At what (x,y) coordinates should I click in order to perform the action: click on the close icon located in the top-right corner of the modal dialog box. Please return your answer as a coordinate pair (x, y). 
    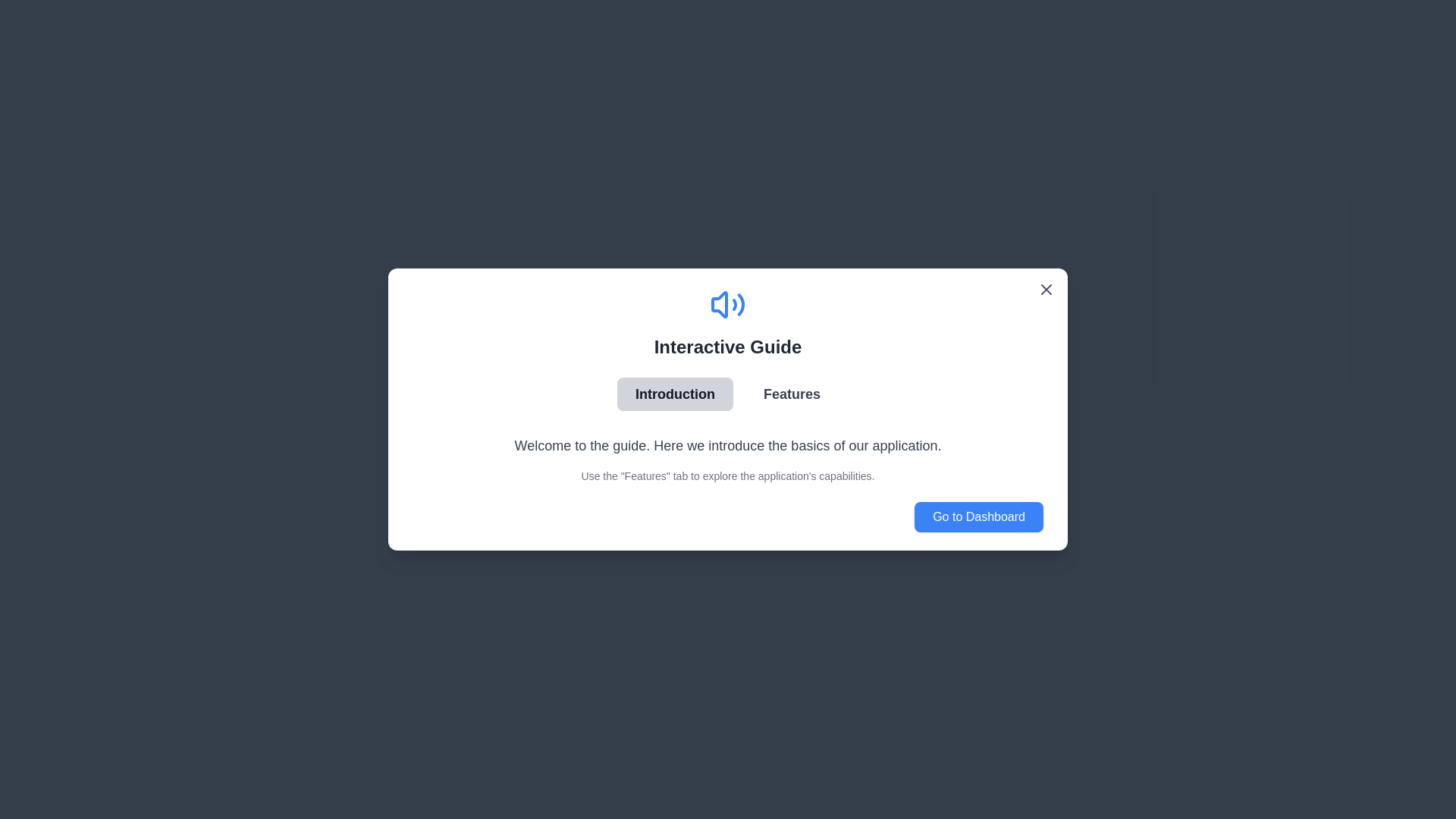
    Looking at the image, I should click on (1046, 289).